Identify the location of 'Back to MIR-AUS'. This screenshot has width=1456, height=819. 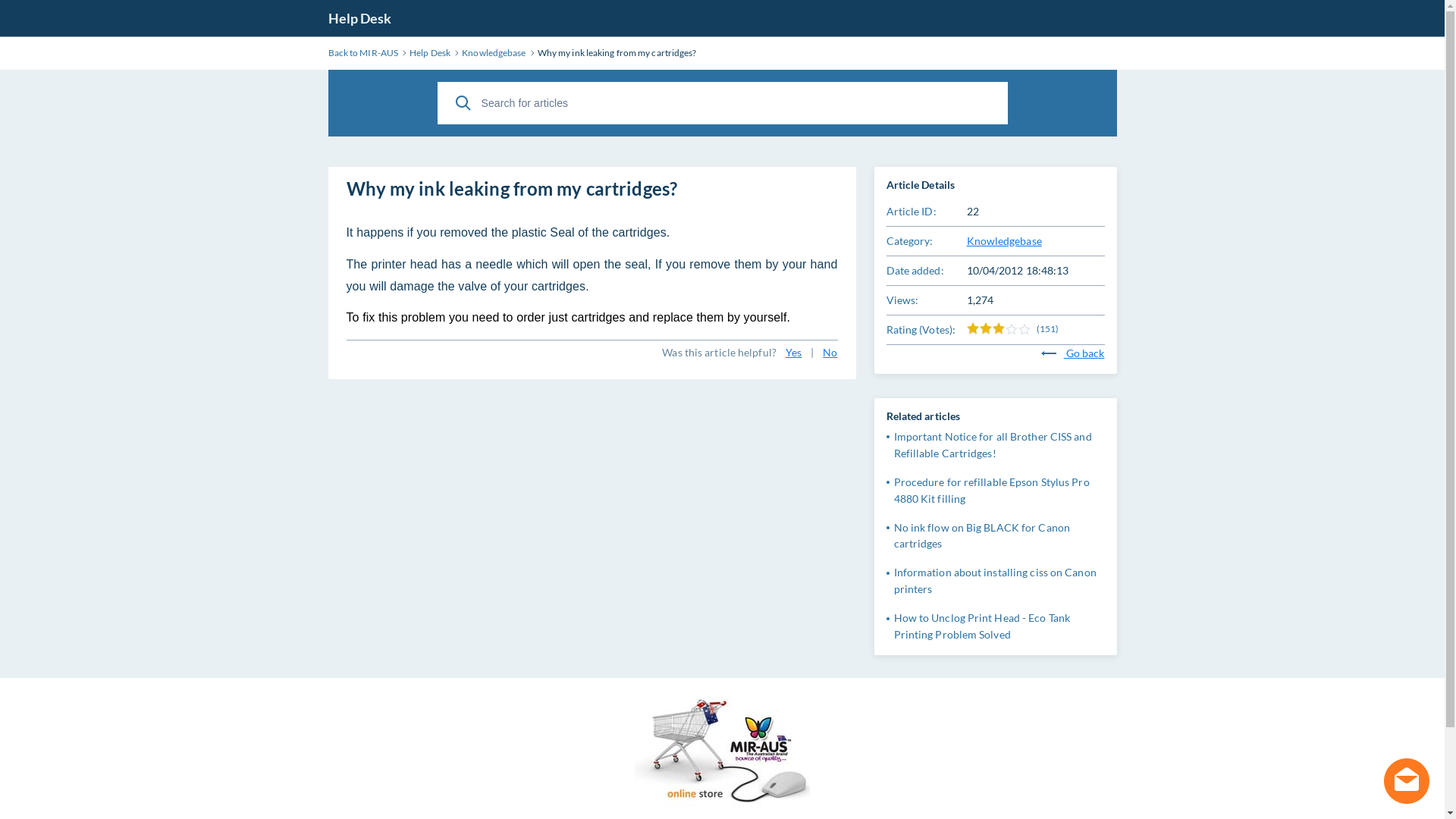
(362, 52).